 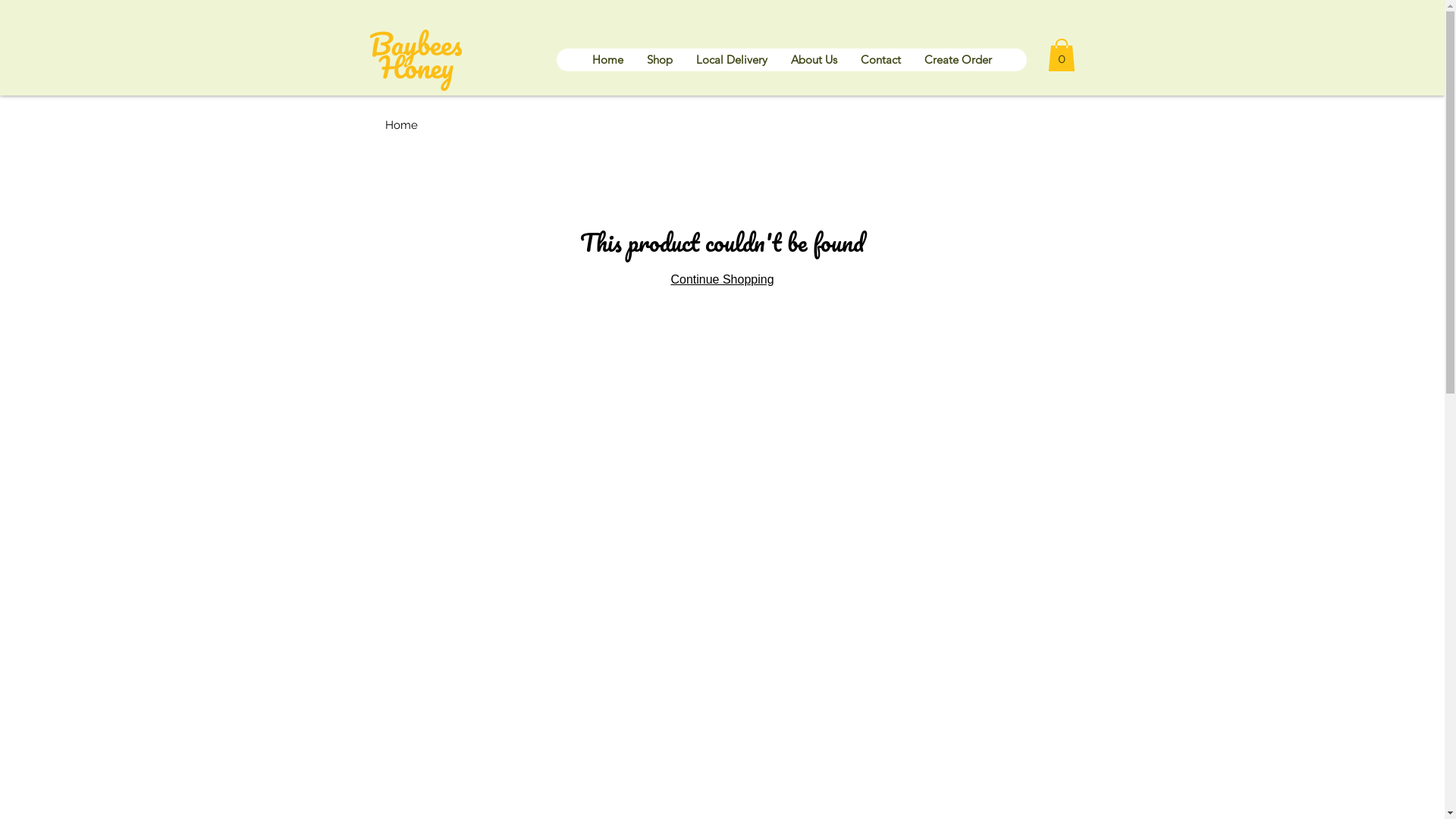 What do you see at coordinates (956, 58) in the screenshot?
I see `'Create Order'` at bounding box center [956, 58].